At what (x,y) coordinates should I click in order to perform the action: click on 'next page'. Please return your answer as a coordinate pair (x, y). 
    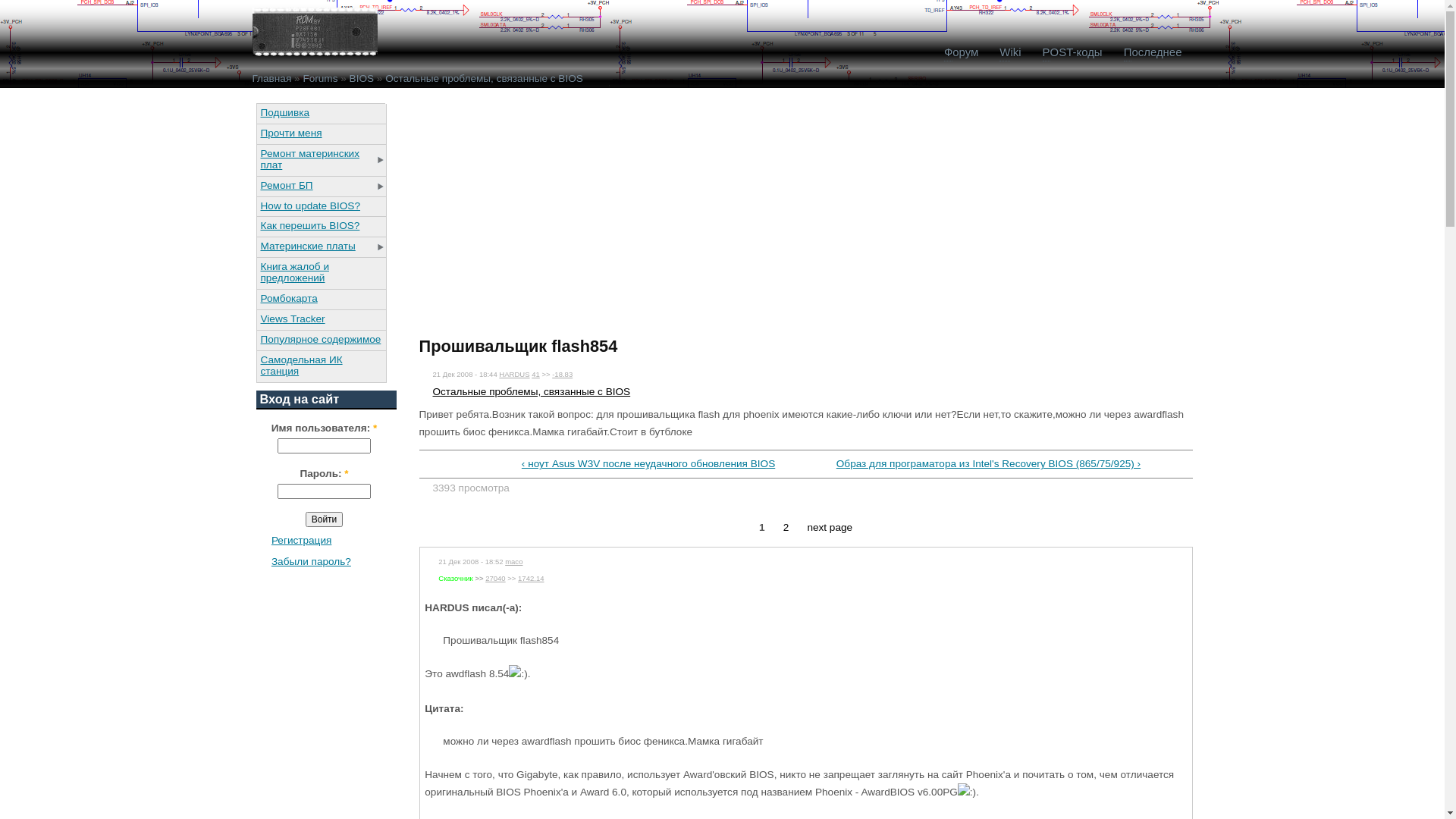
    Looking at the image, I should click on (806, 526).